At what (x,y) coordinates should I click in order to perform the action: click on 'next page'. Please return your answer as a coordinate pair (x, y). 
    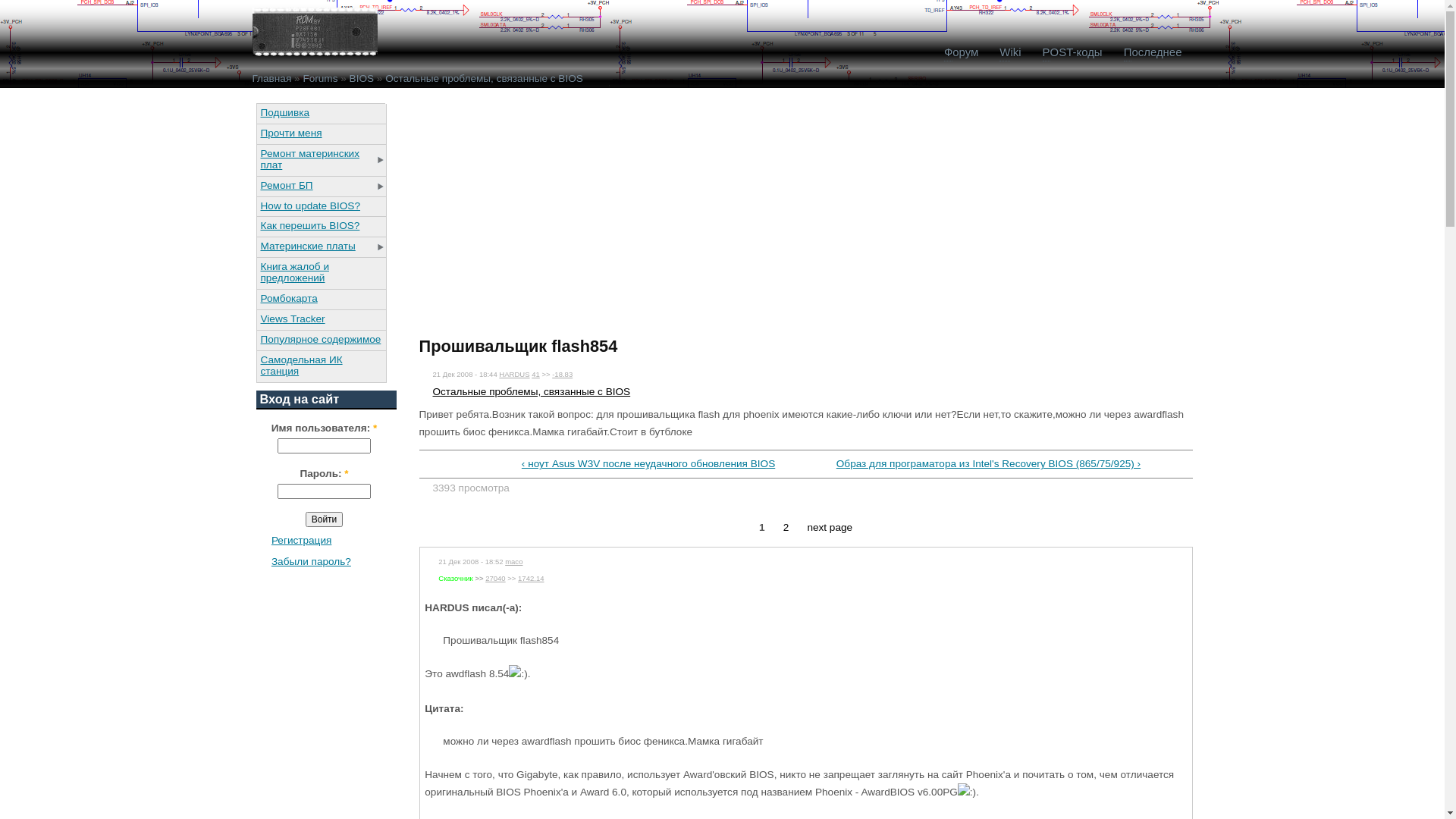
    Looking at the image, I should click on (806, 526).